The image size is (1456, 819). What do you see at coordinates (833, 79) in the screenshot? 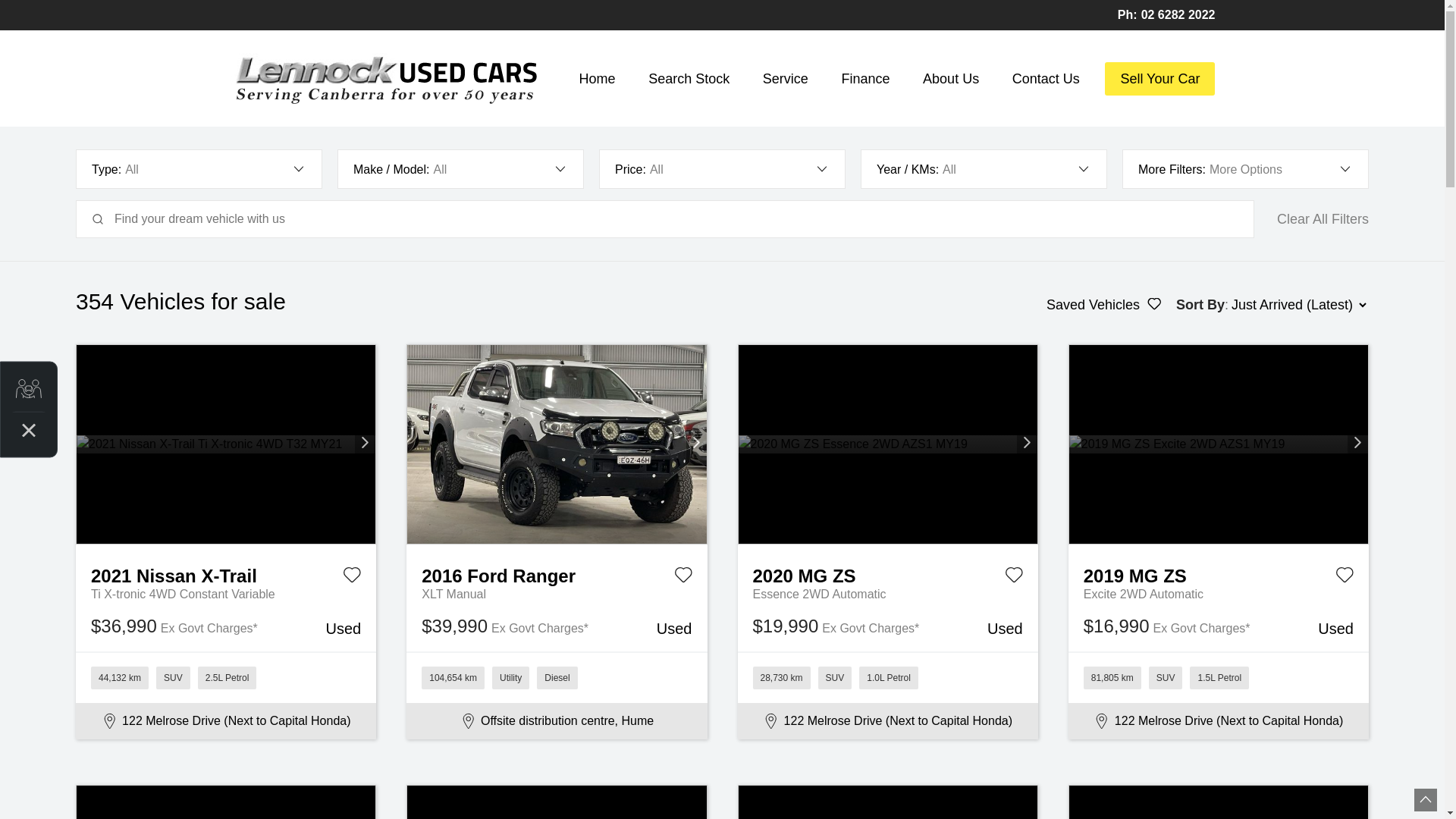
I see `'Finance'` at bounding box center [833, 79].